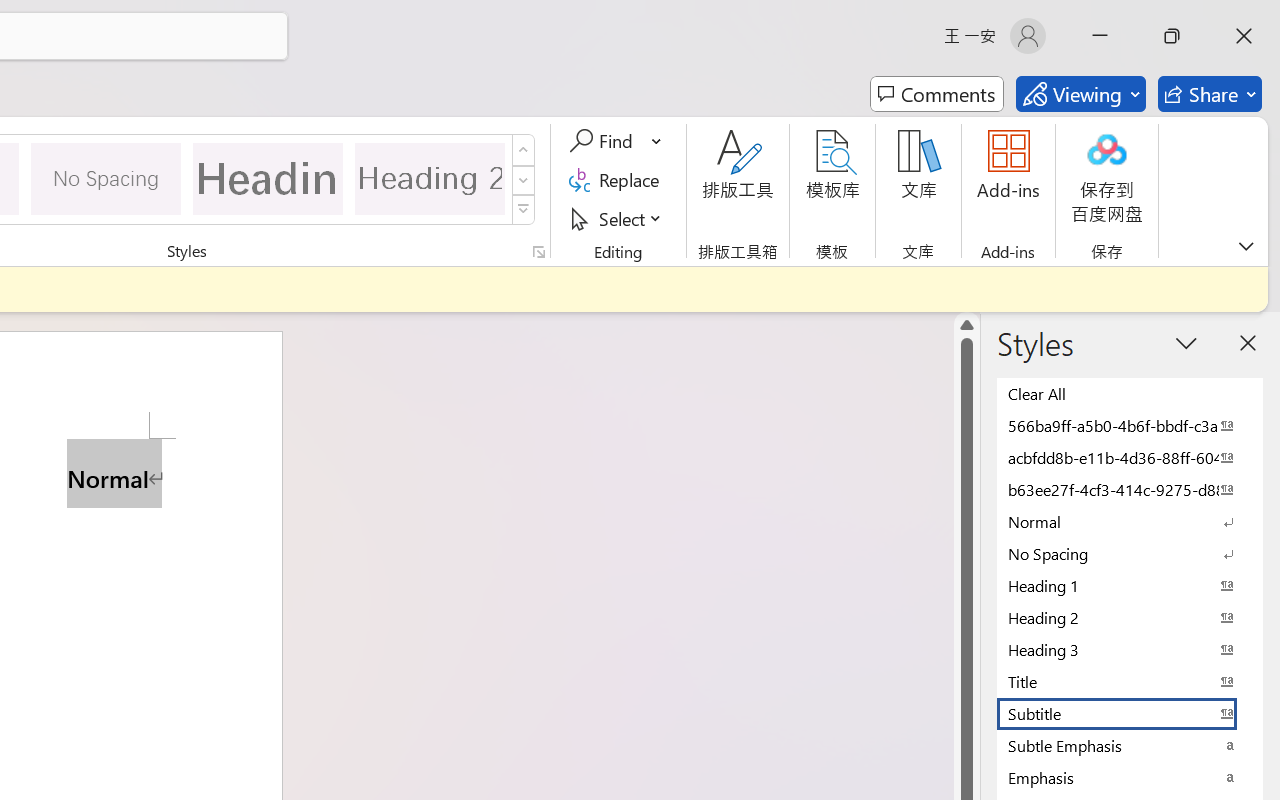 The height and width of the screenshot is (800, 1280). Describe the element at coordinates (1130, 489) in the screenshot. I see `'b63ee27f-4cf3-414c-9275-d88e3f90795e'` at that location.